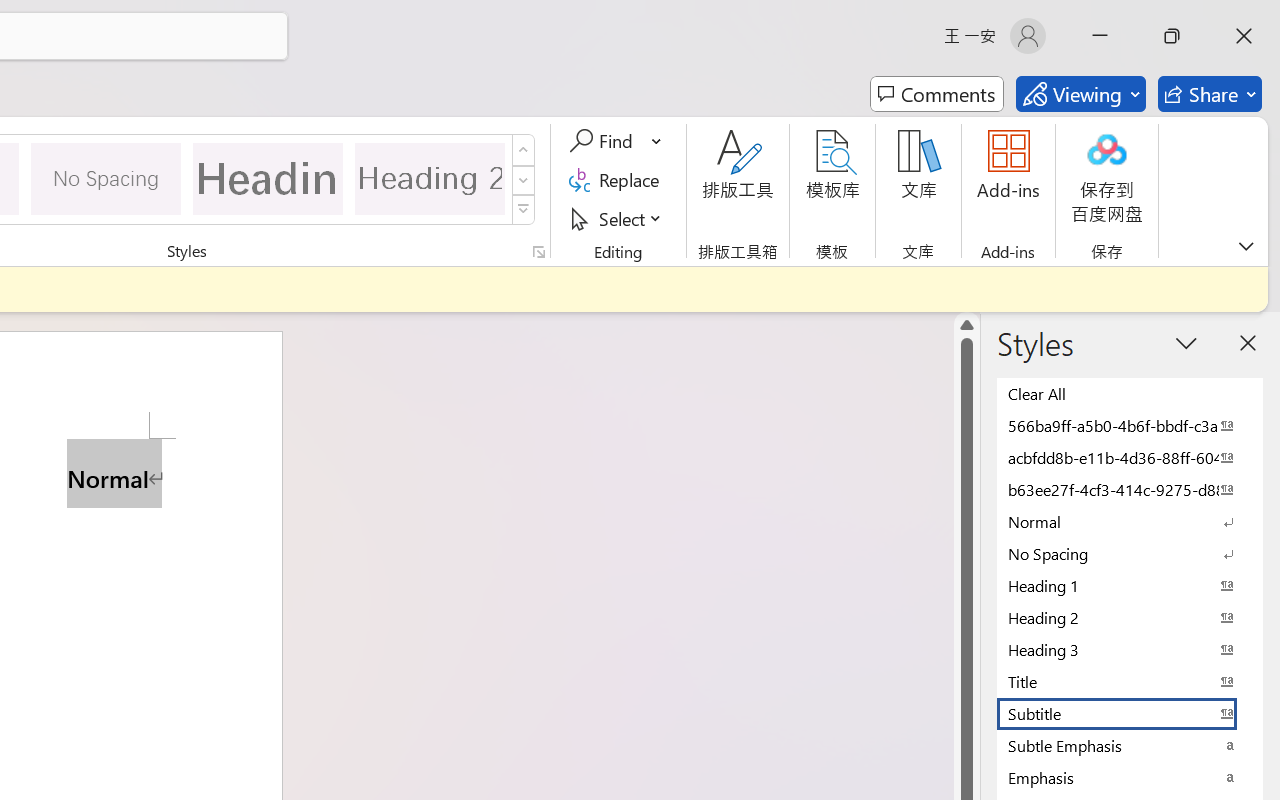 The height and width of the screenshot is (800, 1280). Describe the element at coordinates (1130, 489) in the screenshot. I see `'b63ee27f-4cf3-414c-9275-d88e3f90795e'` at that location.